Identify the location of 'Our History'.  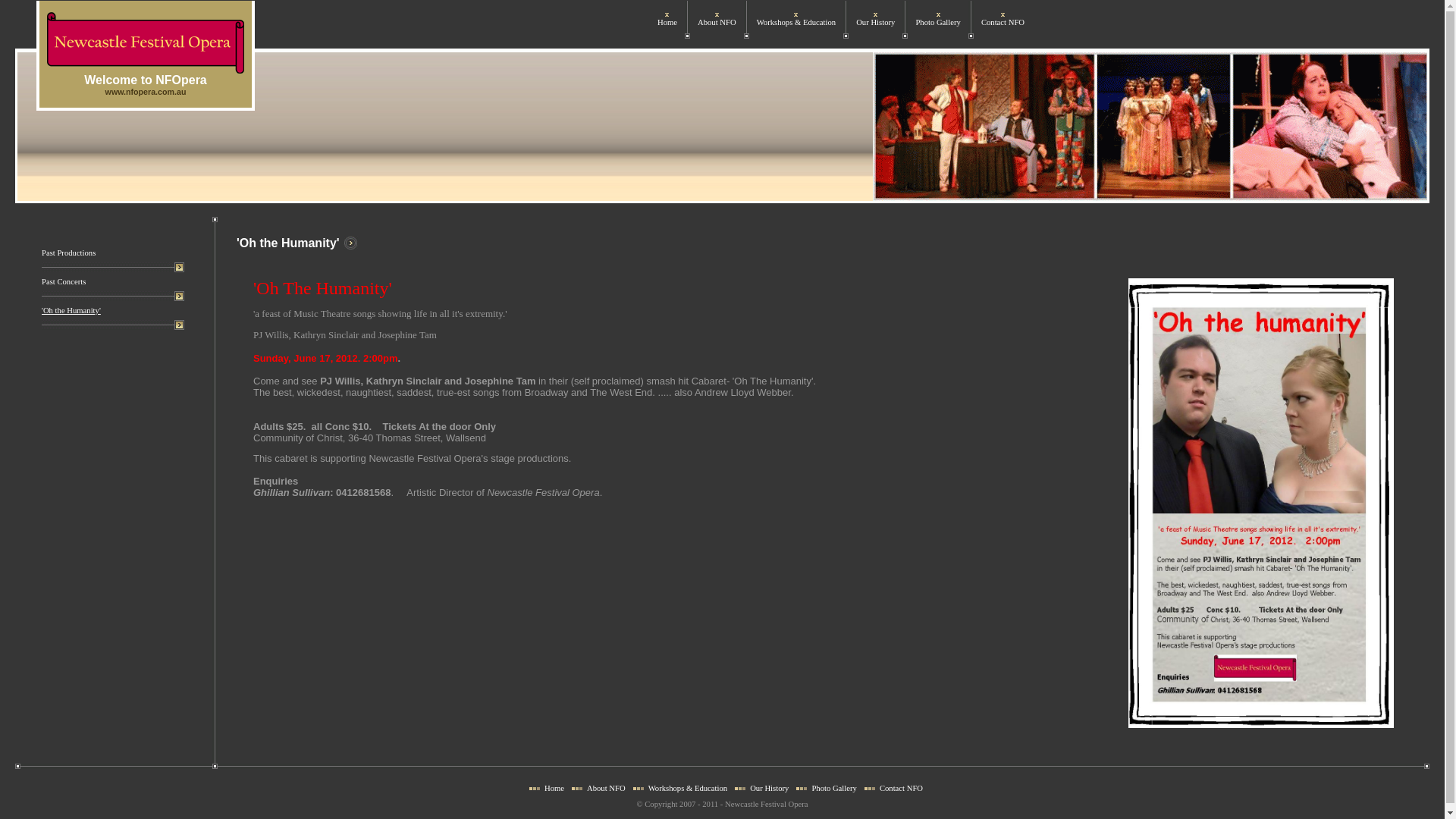
(769, 787).